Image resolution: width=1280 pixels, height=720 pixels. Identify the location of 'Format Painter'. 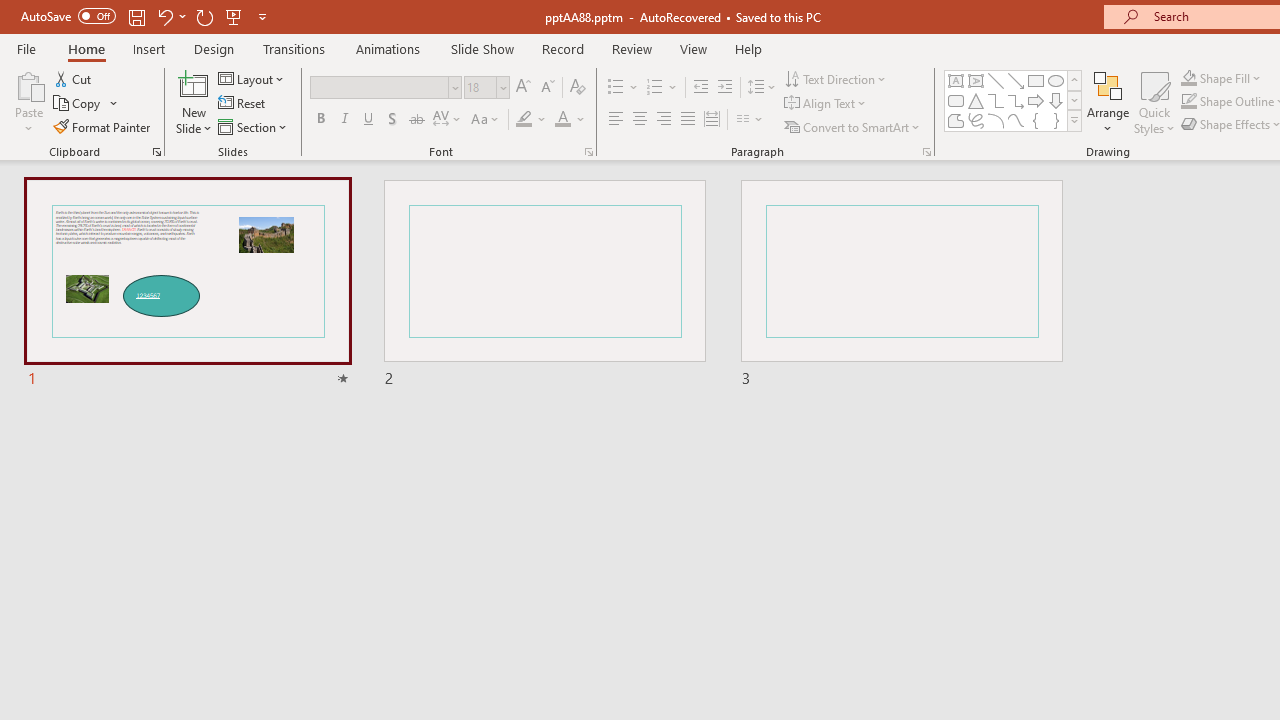
(102, 127).